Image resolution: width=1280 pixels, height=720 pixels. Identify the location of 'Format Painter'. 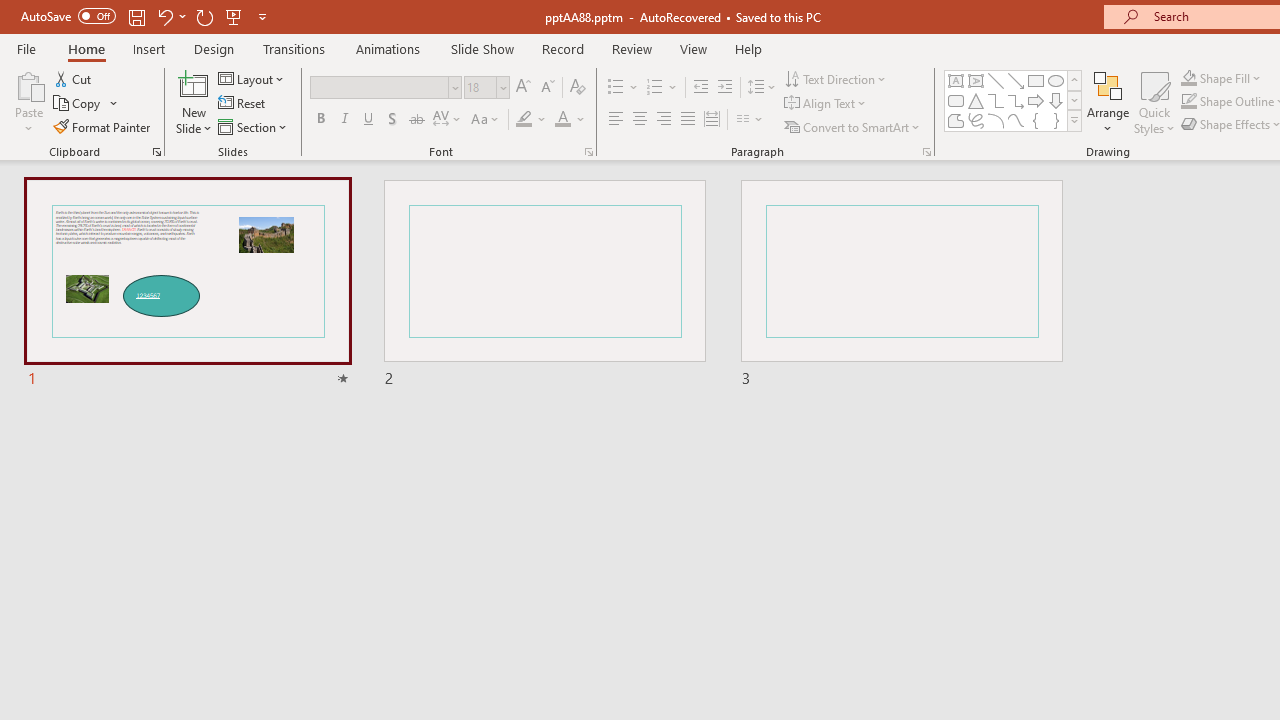
(102, 127).